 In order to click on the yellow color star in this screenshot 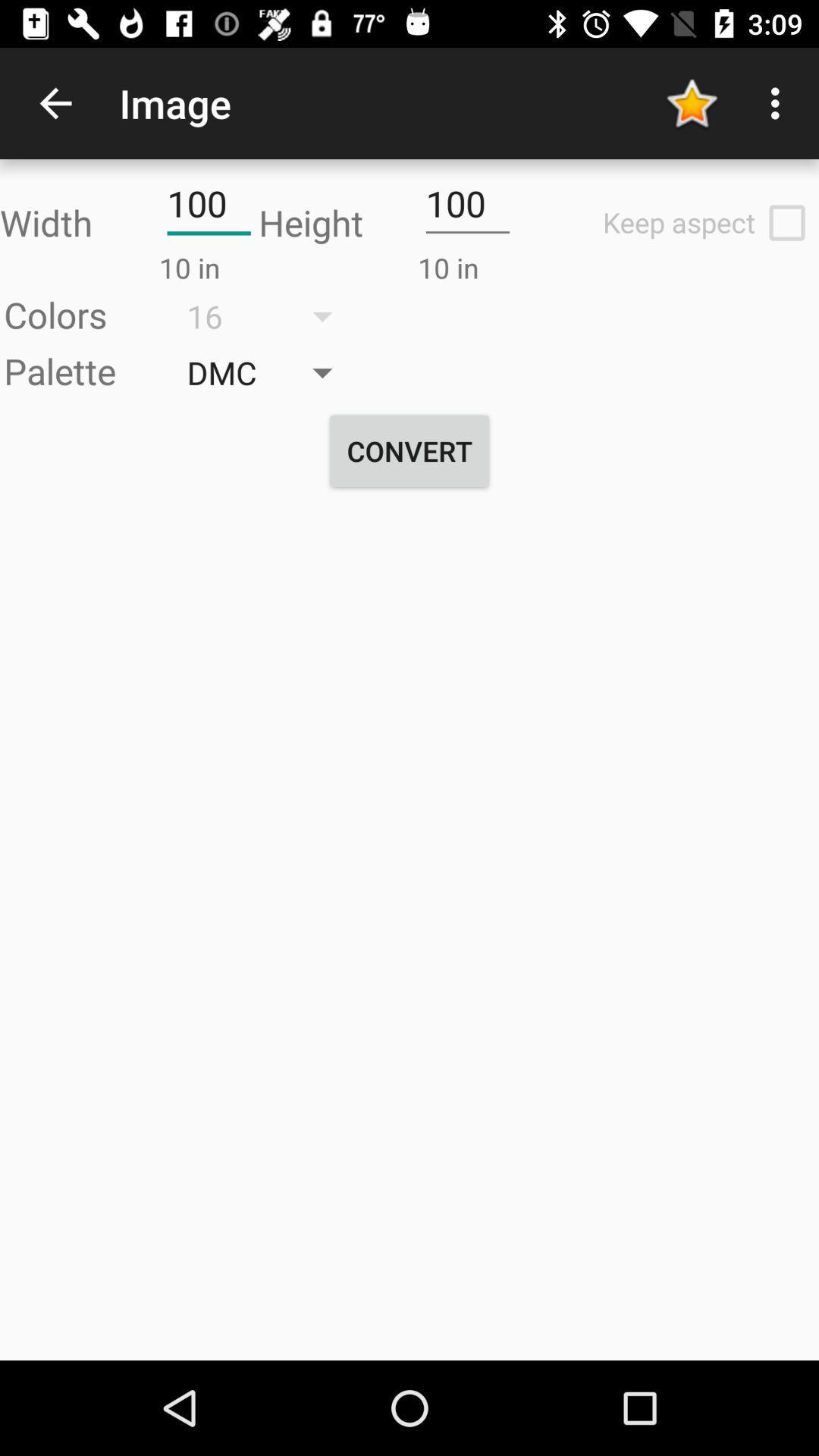, I will do `click(691, 103)`.